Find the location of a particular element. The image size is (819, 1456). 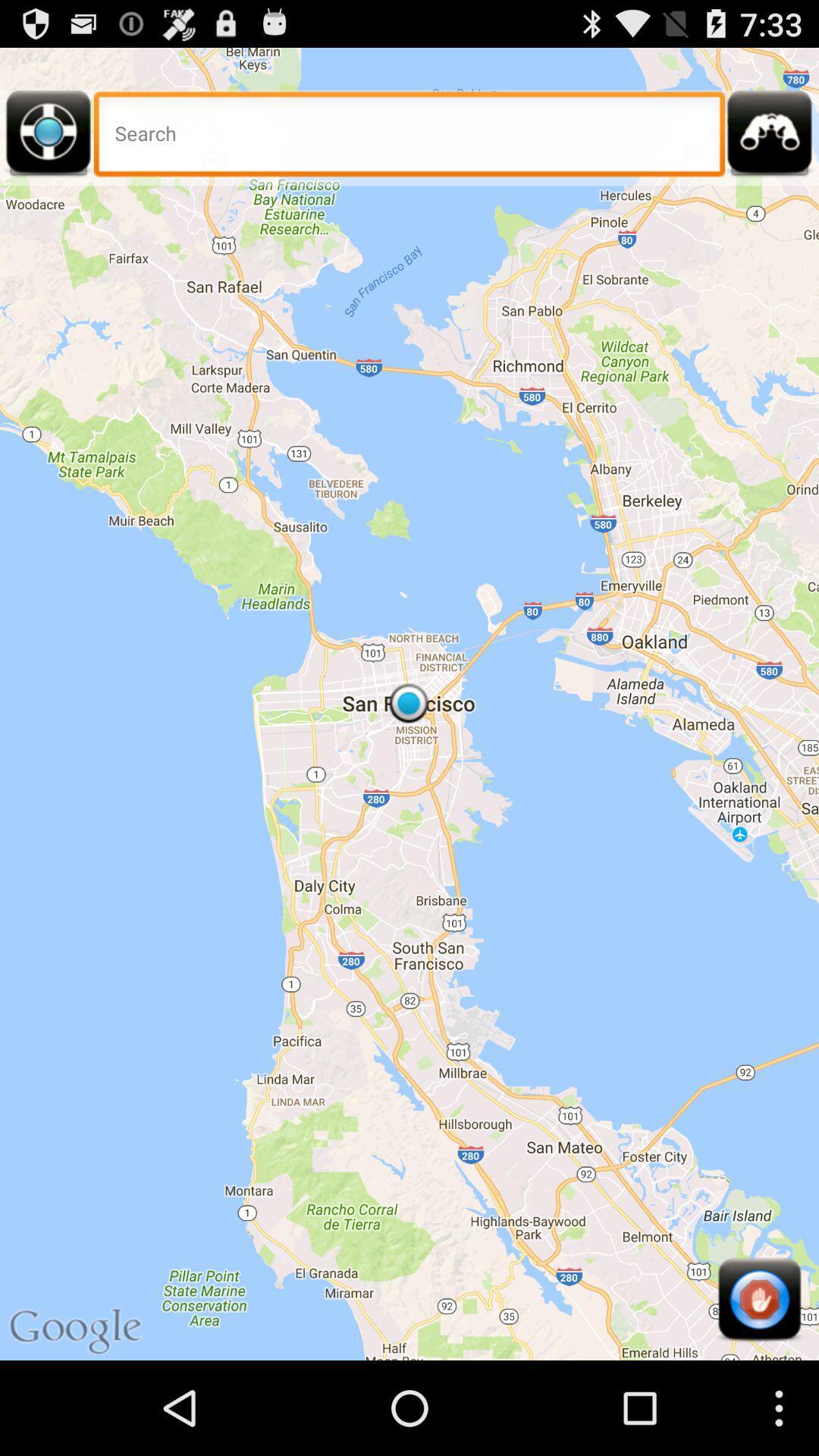

seek current location is located at coordinates (48, 138).